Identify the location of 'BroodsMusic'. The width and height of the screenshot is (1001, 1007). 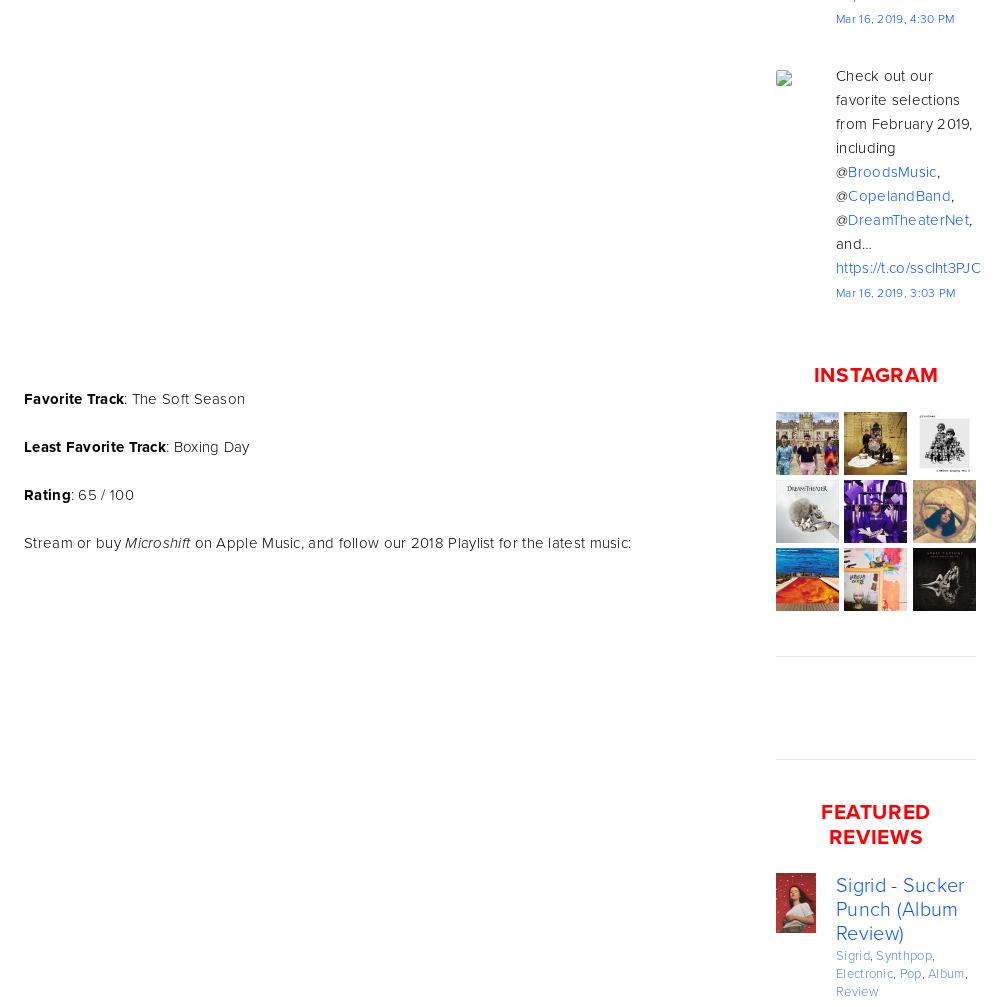
(847, 171).